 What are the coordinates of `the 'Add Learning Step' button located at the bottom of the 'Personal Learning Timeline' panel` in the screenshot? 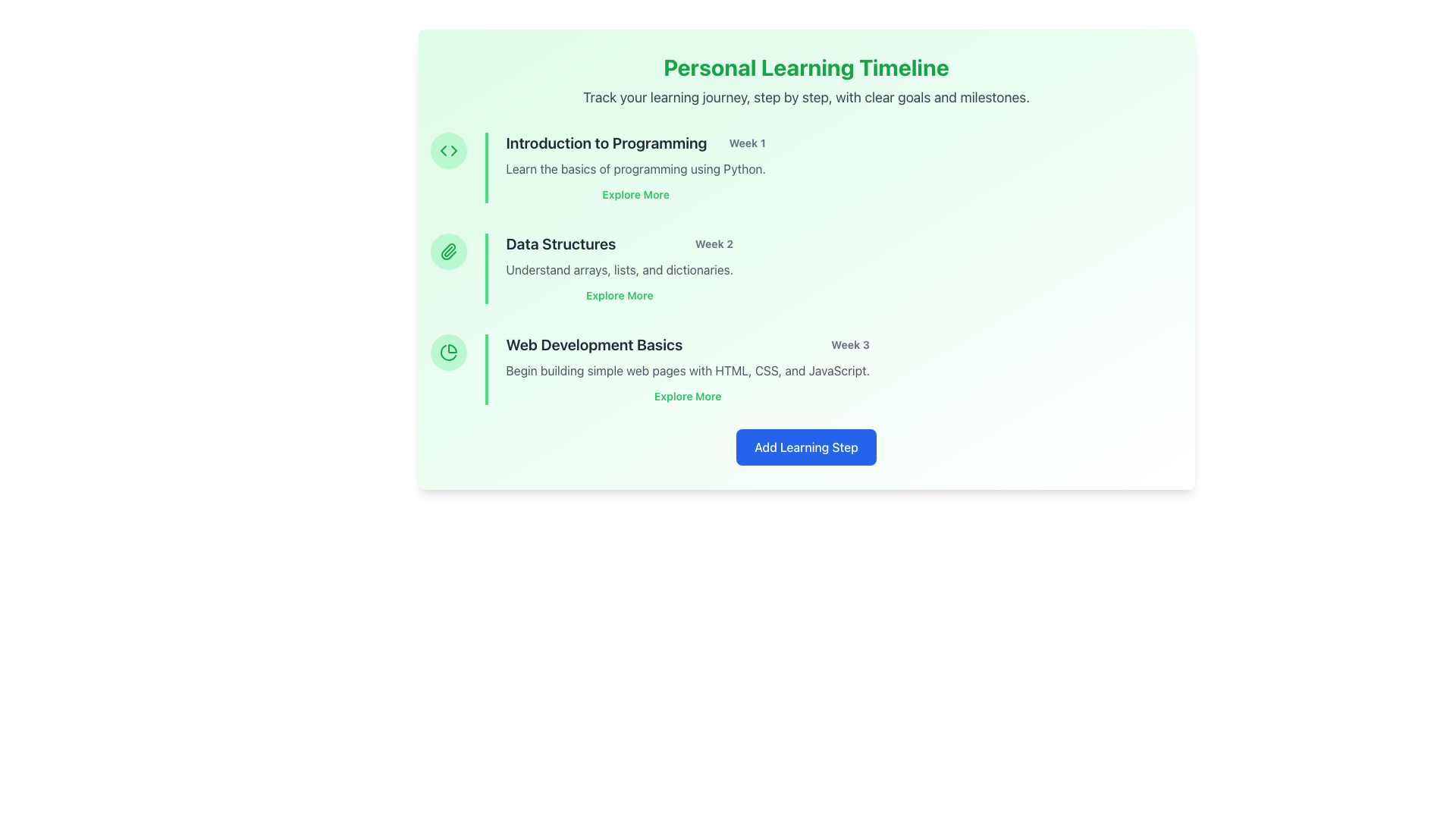 It's located at (805, 447).